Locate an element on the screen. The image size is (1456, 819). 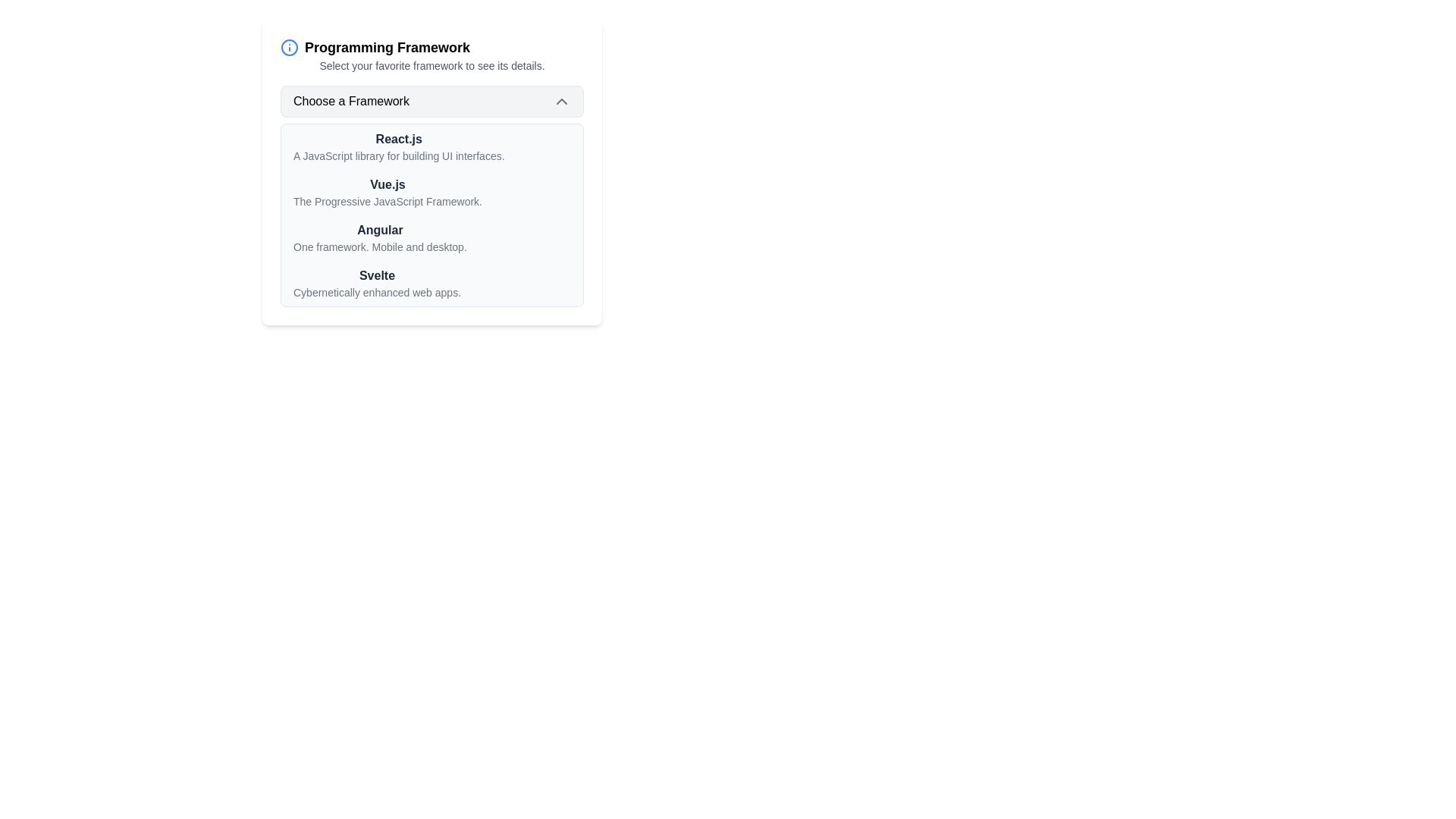
the bold text label reading 'Angular' that is positioned above the descriptive text 'One framework. Mobile and desktop.' is located at coordinates (380, 231).